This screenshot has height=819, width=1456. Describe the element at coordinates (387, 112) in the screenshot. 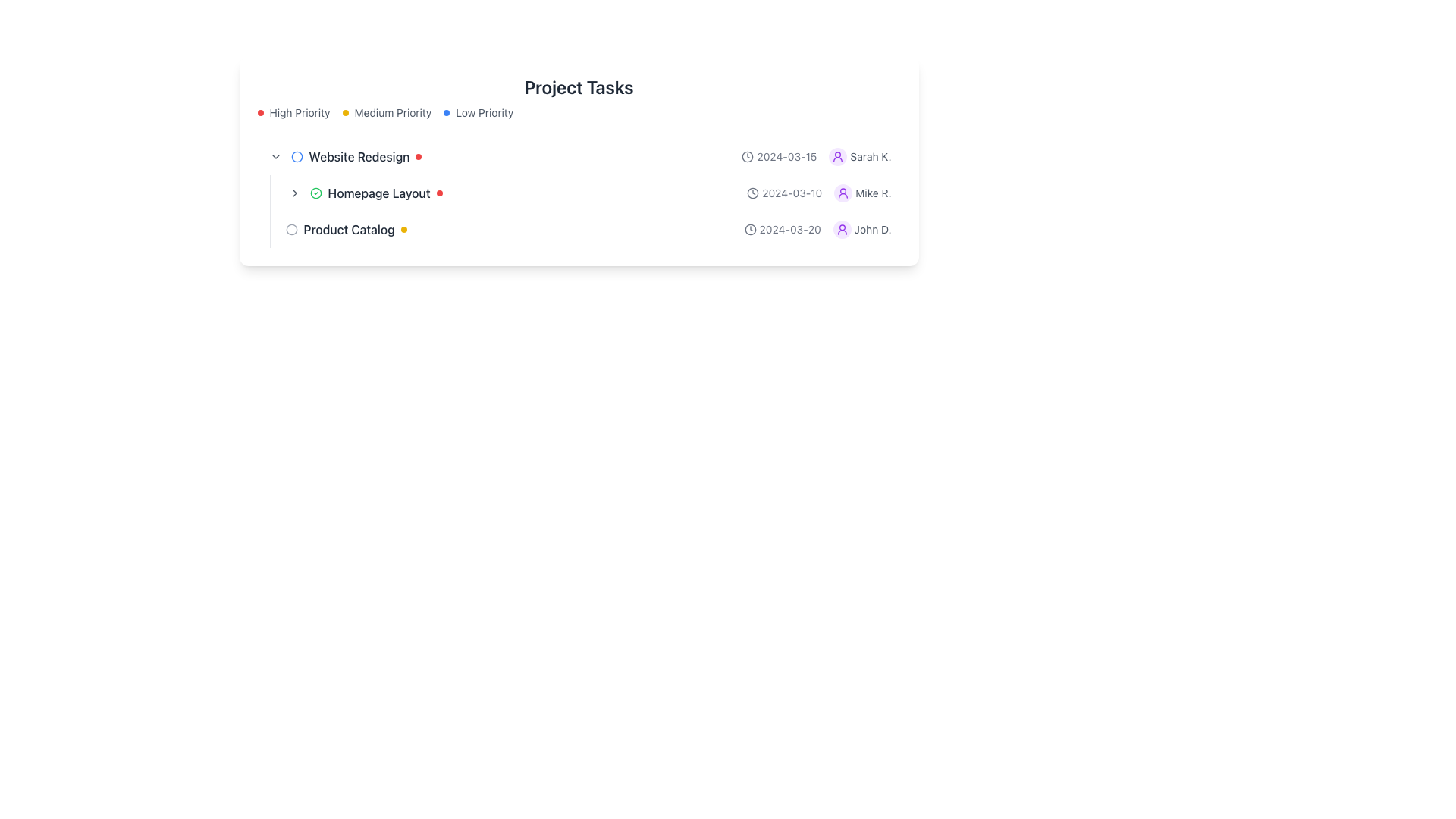

I see `the 'Medium Priority' label with a yellow color dot, which is the second item in a list of priority indicators` at that location.